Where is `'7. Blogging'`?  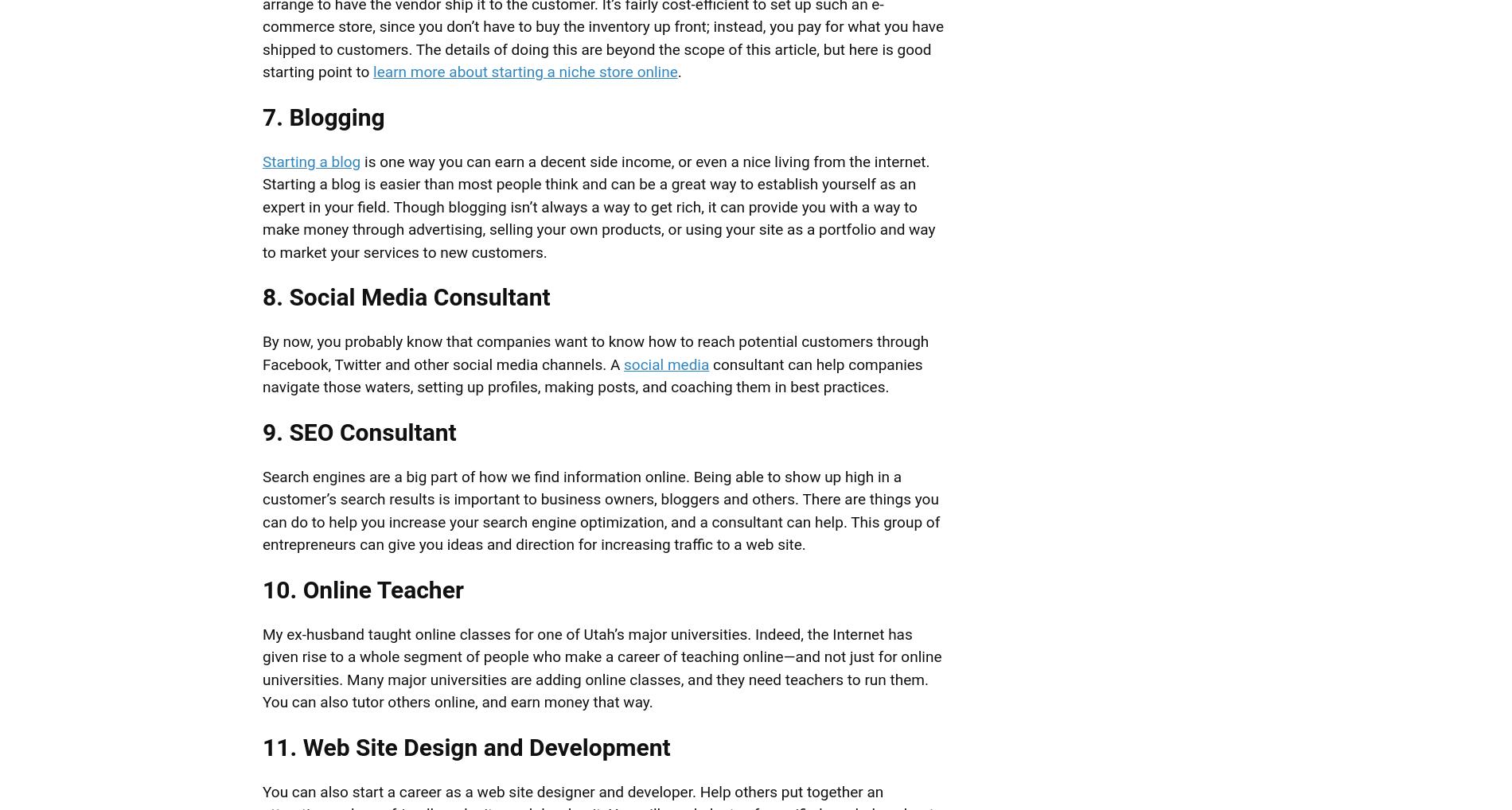
'7. Blogging' is located at coordinates (322, 115).